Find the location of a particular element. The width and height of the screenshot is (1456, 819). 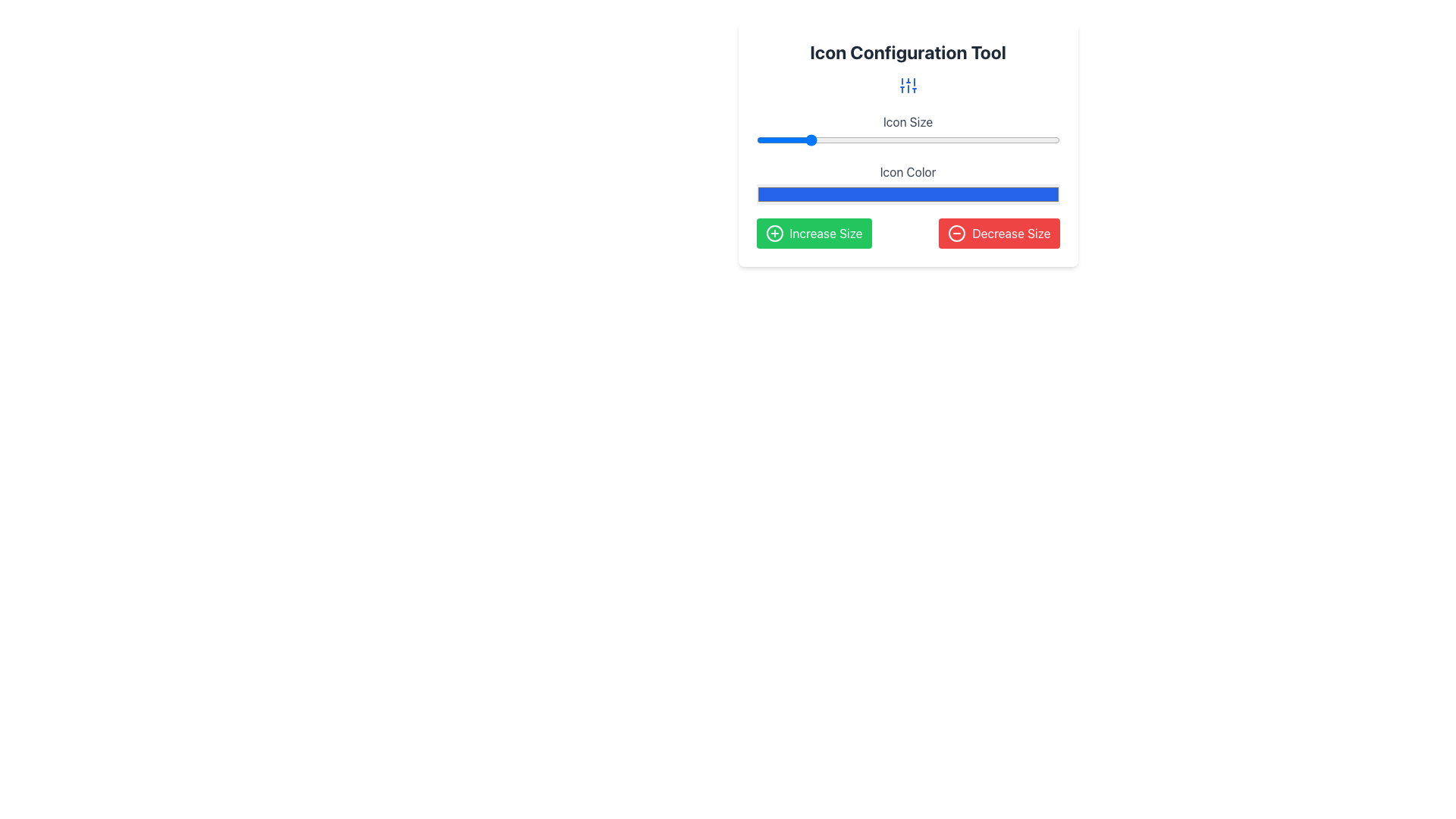

icon size is located at coordinates (913, 140).